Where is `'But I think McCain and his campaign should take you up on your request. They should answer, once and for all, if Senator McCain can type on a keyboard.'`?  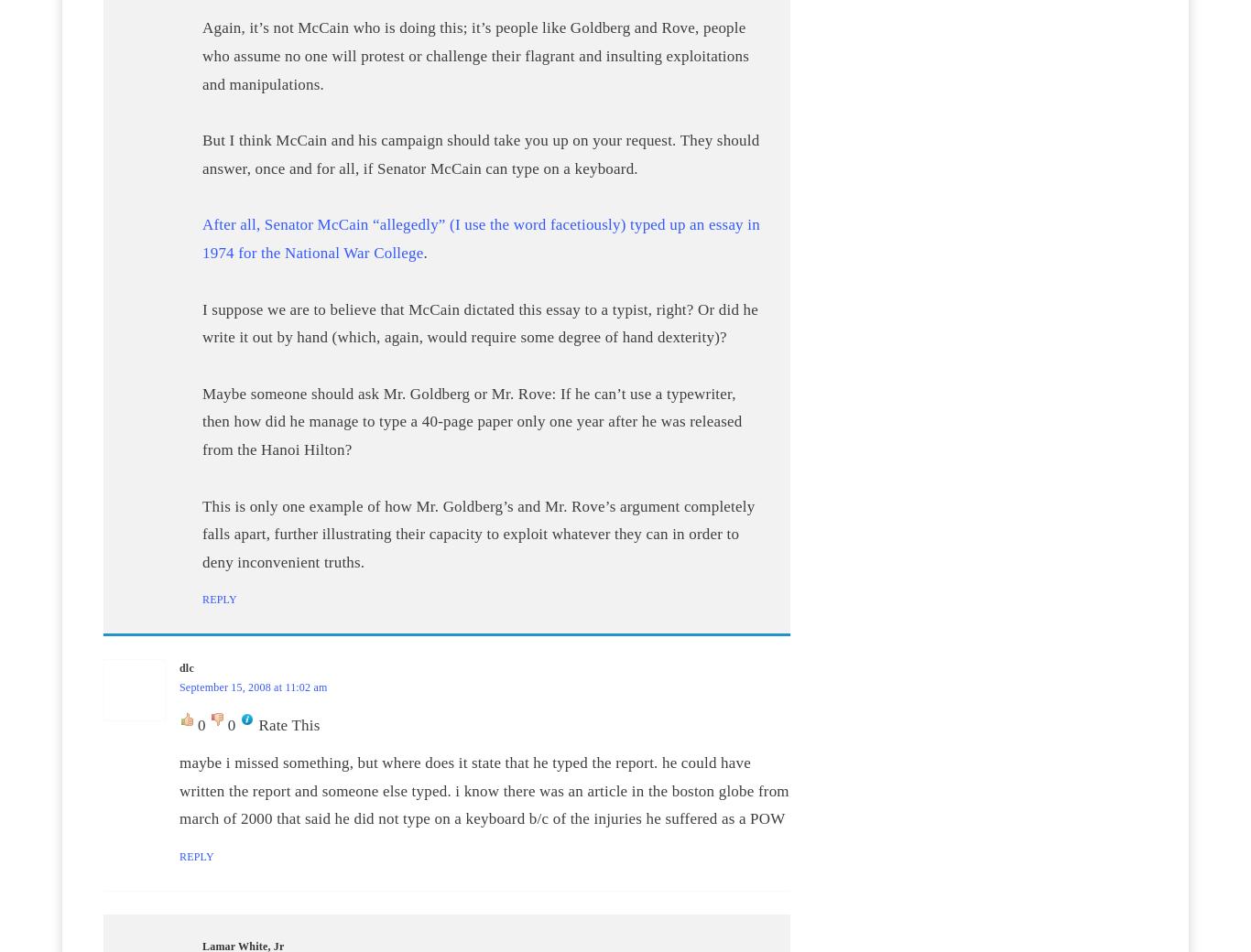
'But I think McCain and his campaign should take you up on your request. They should answer, once and for all, if Senator McCain can type on a keyboard.' is located at coordinates (201, 154).